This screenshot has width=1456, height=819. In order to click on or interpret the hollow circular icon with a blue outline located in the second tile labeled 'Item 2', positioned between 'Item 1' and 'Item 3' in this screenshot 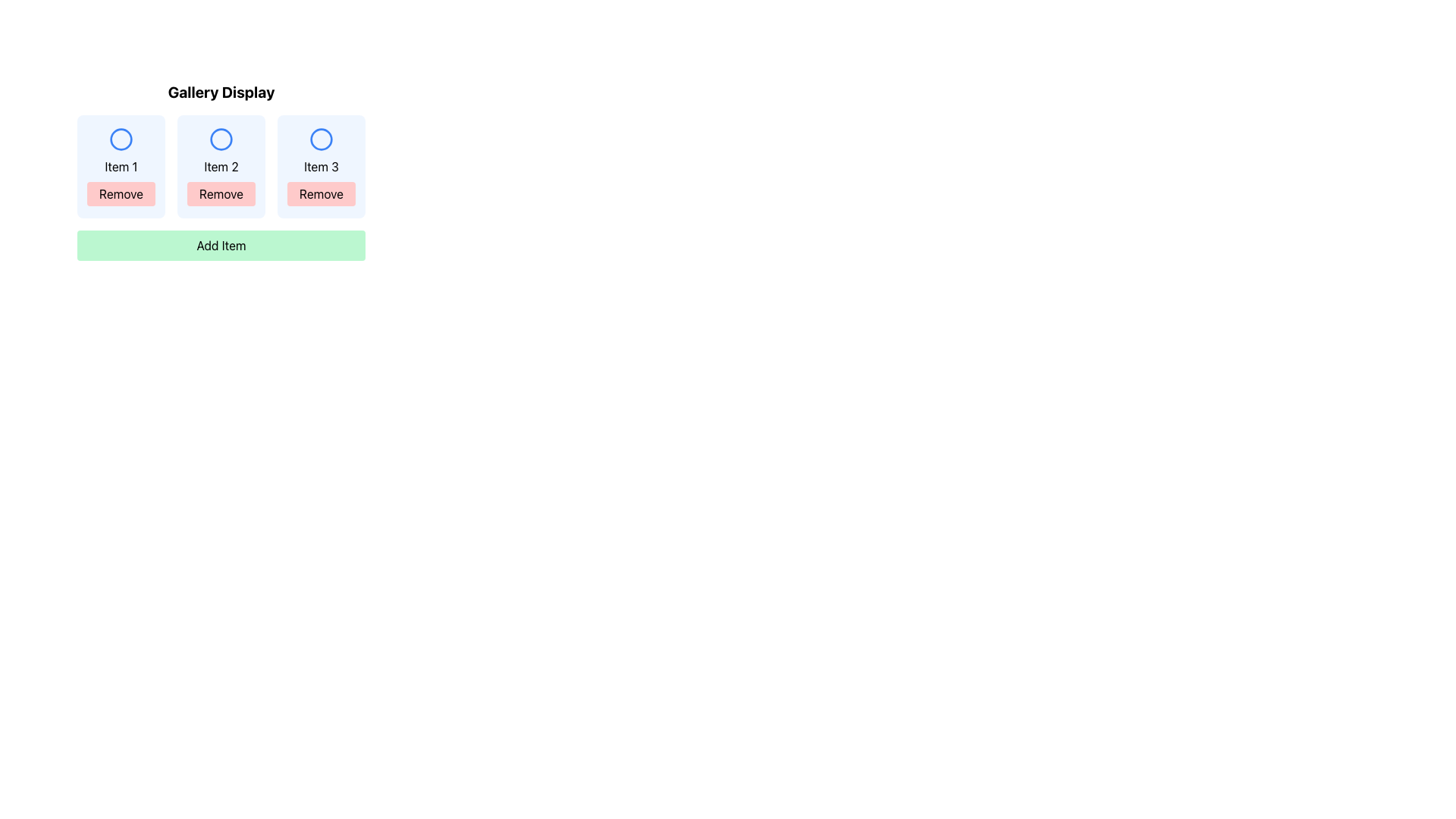, I will do `click(221, 140)`.